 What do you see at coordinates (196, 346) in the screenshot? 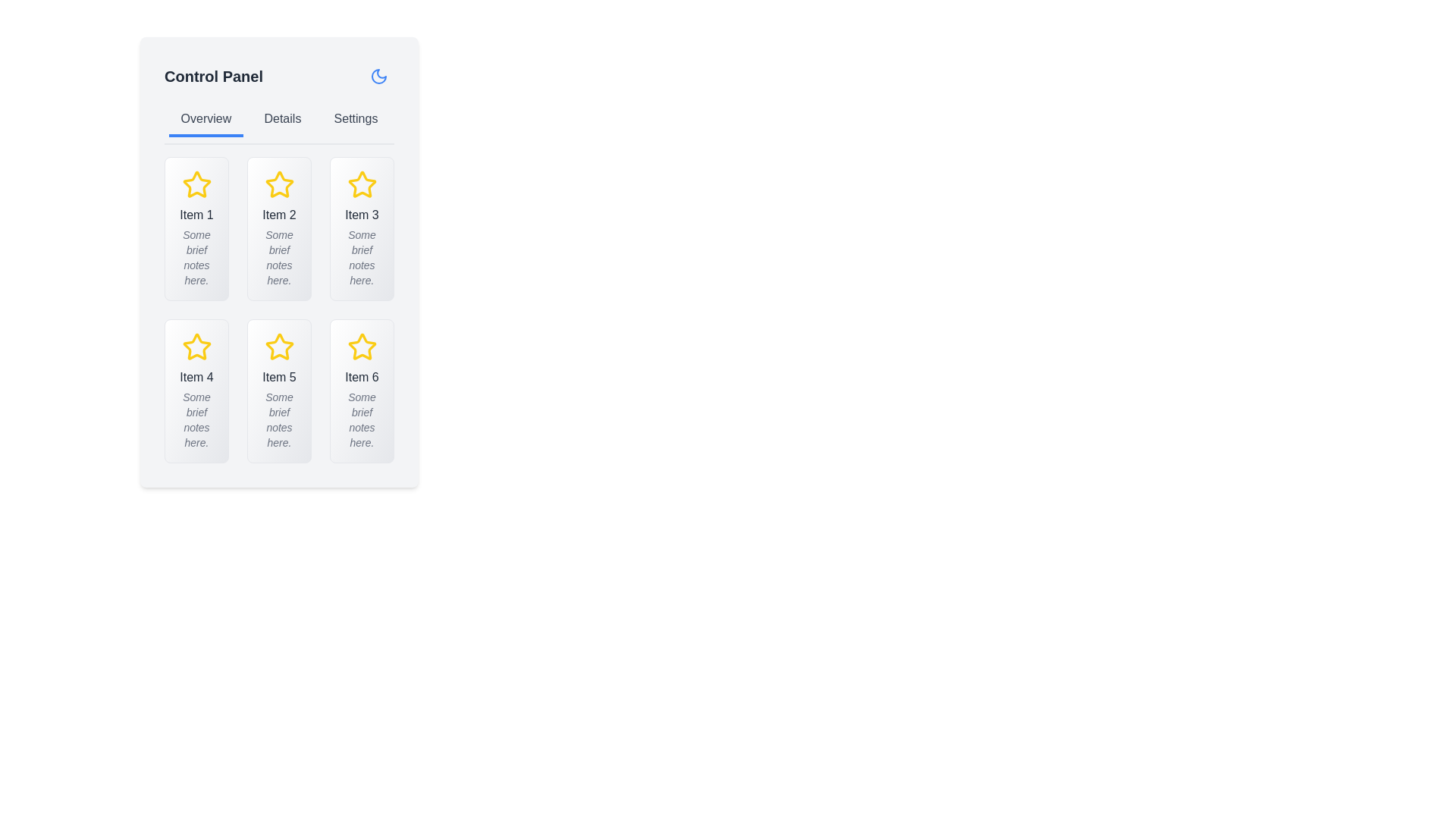
I see `the star icon within the 'Item 4' card in the second row and first column of the grid` at bounding box center [196, 346].